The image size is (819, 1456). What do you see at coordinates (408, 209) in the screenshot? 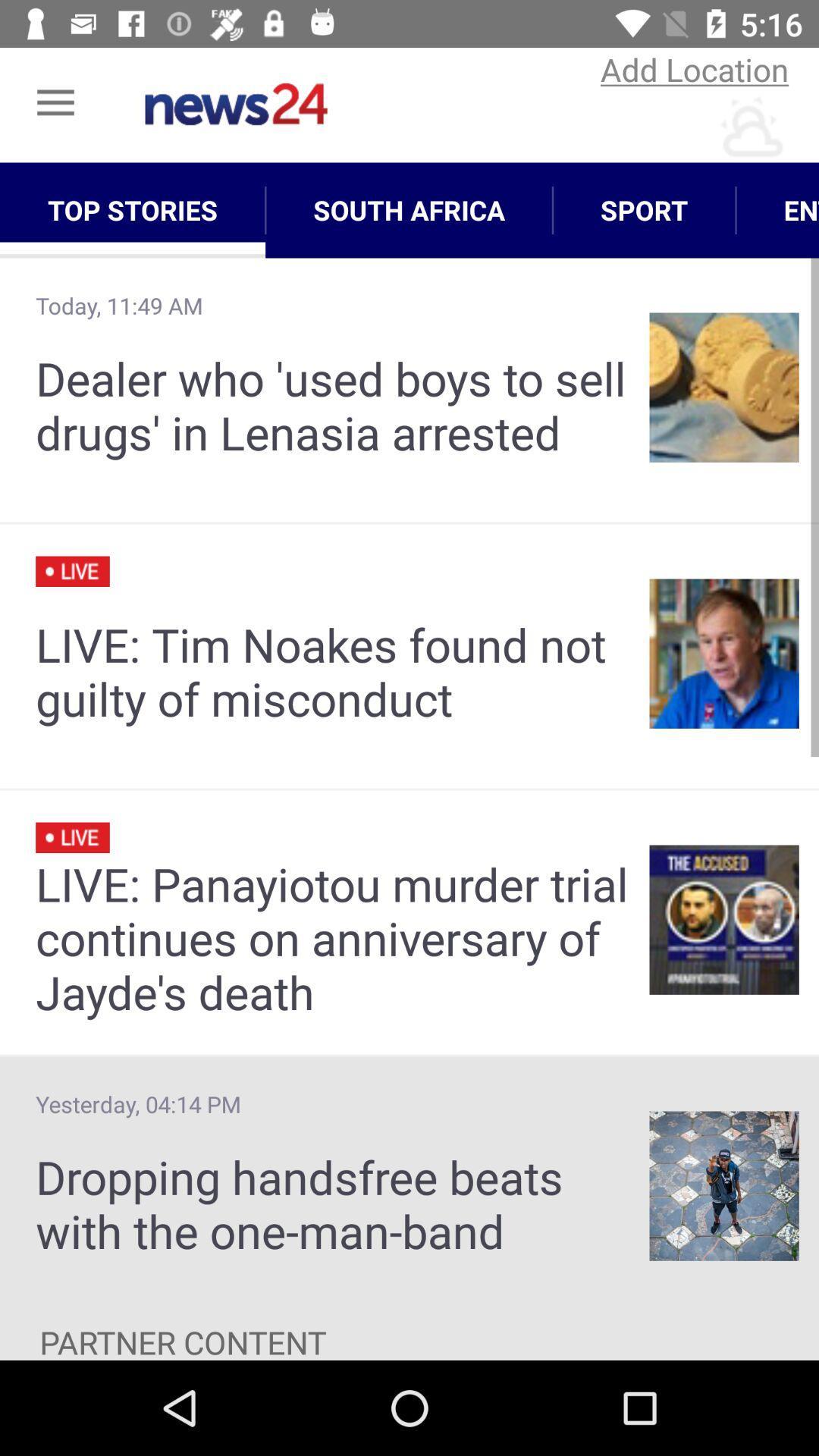
I see `the icon above the dealer who used` at bounding box center [408, 209].